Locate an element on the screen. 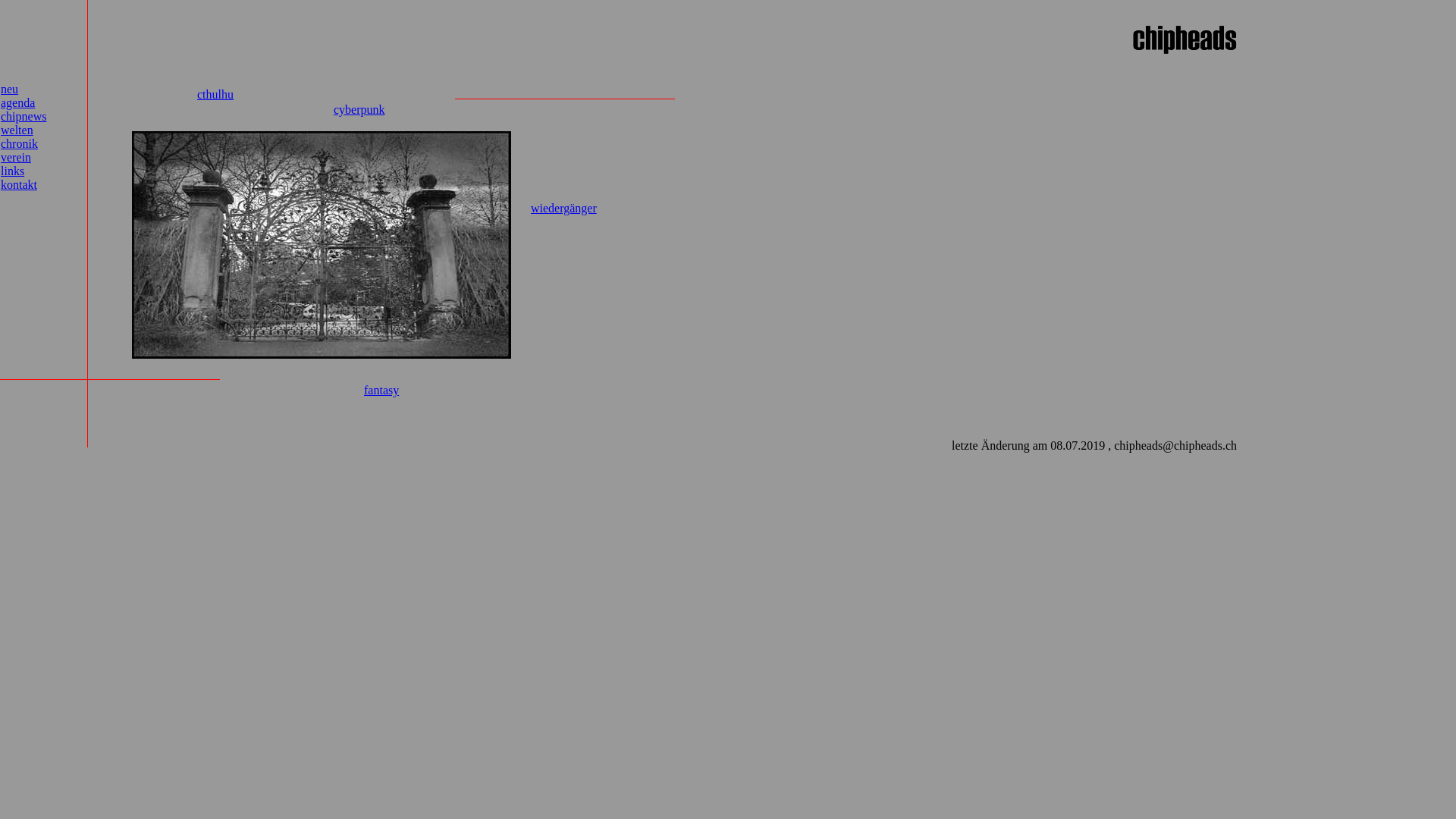  'fantasy' is located at coordinates (381, 389).